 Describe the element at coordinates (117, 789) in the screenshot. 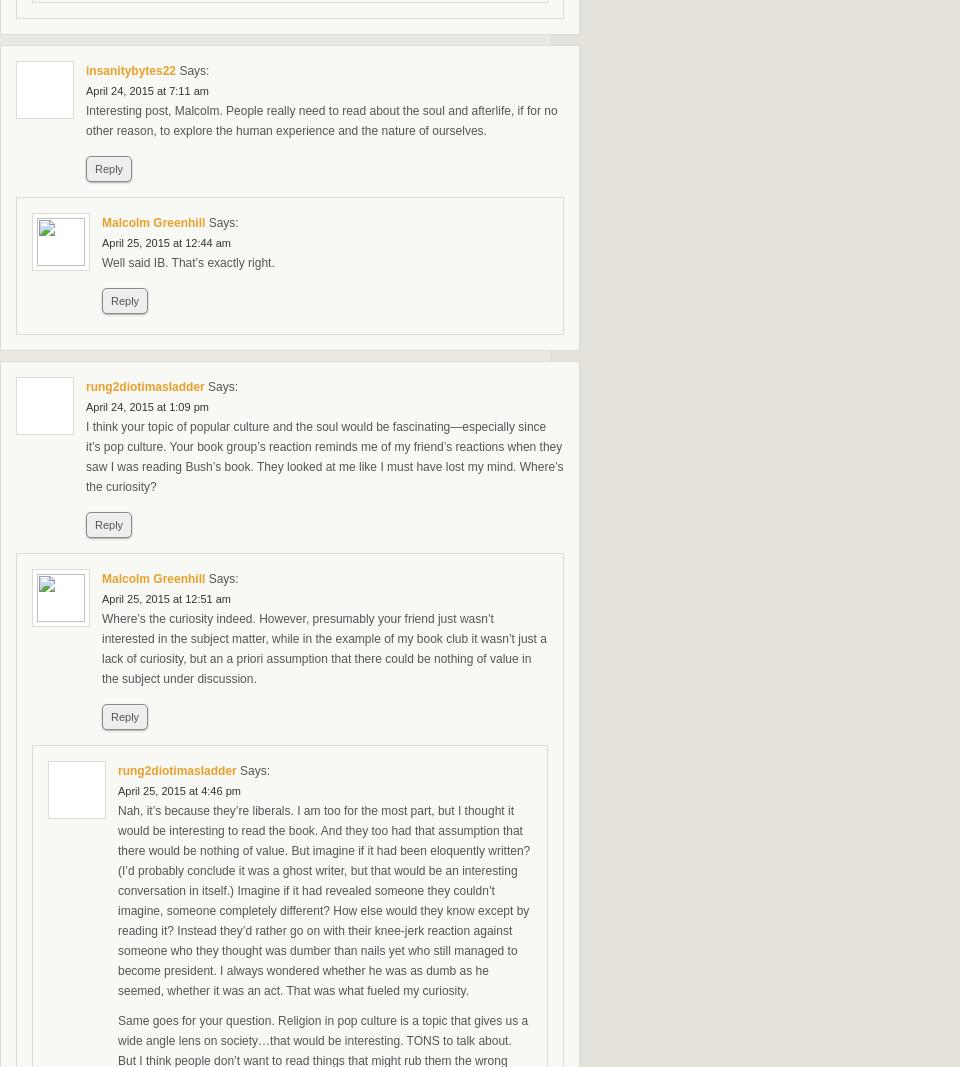

I see `'April 25, 2015 at 4:46 pm'` at that location.